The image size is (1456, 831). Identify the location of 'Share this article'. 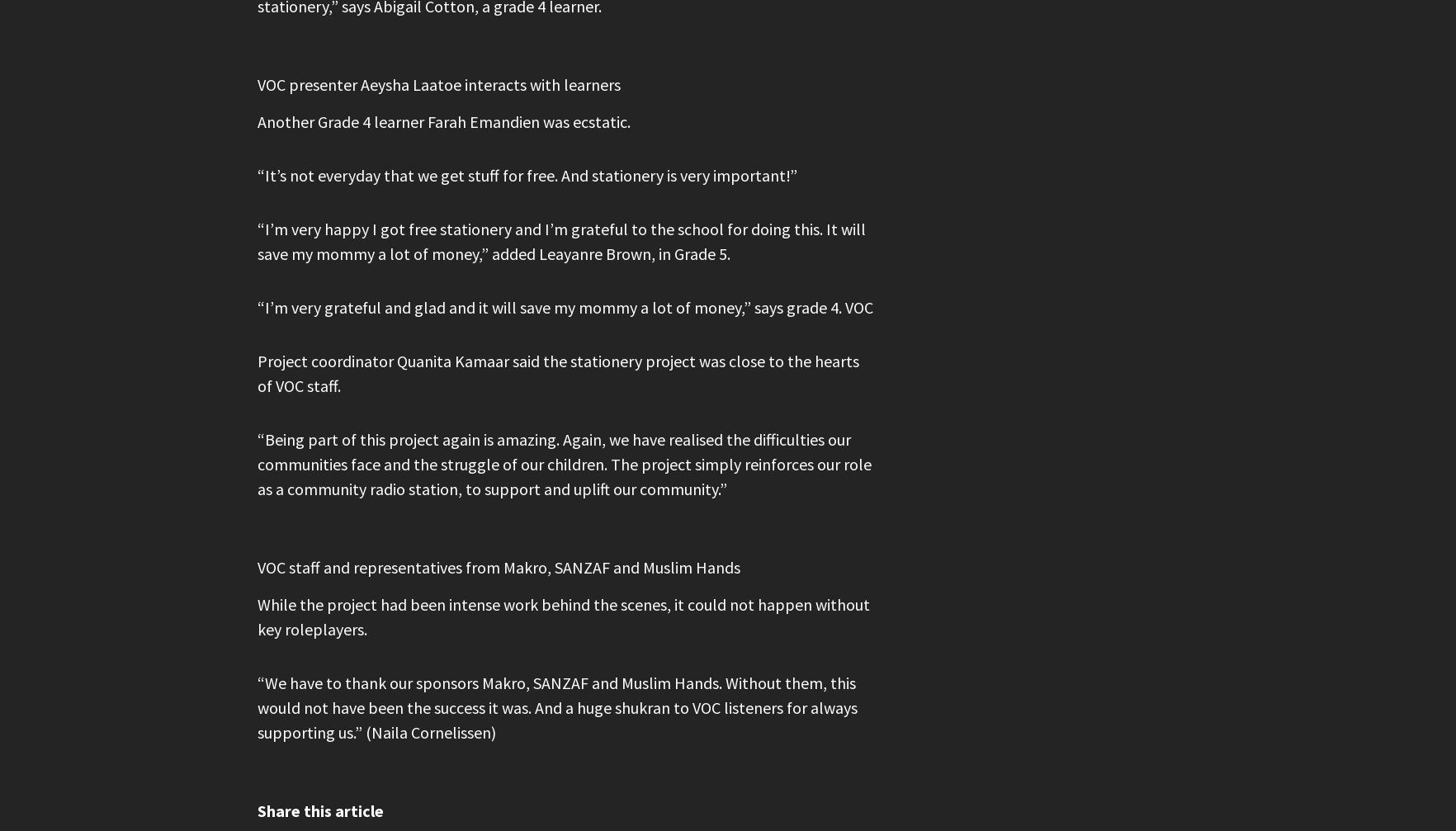
(320, 810).